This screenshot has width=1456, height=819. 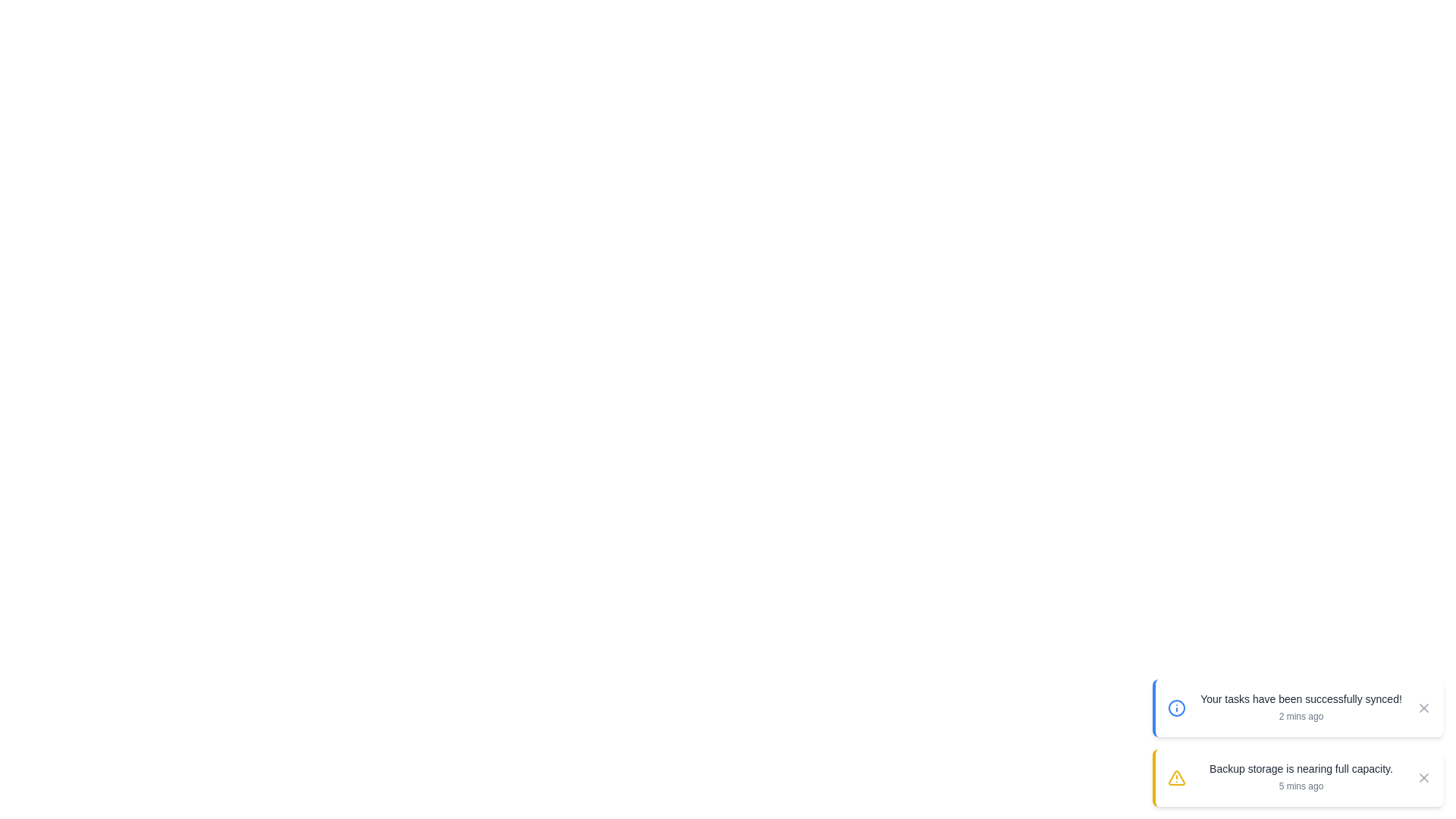 What do you see at coordinates (1298, 708) in the screenshot?
I see `the snackbar to trigger the scaling effect` at bounding box center [1298, 708].